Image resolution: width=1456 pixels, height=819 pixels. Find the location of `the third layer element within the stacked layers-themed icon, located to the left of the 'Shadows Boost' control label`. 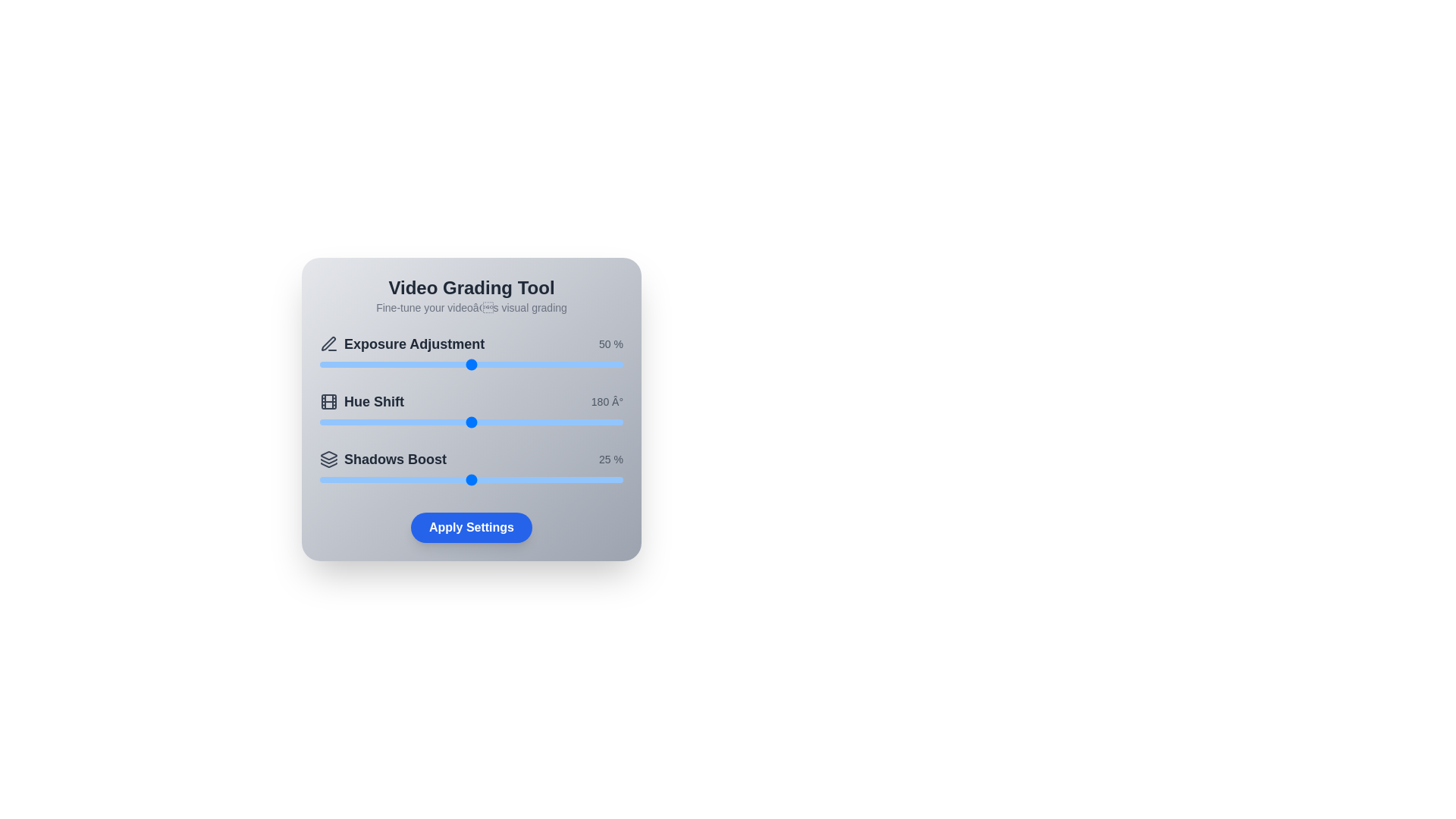

the third layer element within the stacked layers-themed icon, located to the left of the 'Shadows Boost' control label is located at coordinates (328, 464).